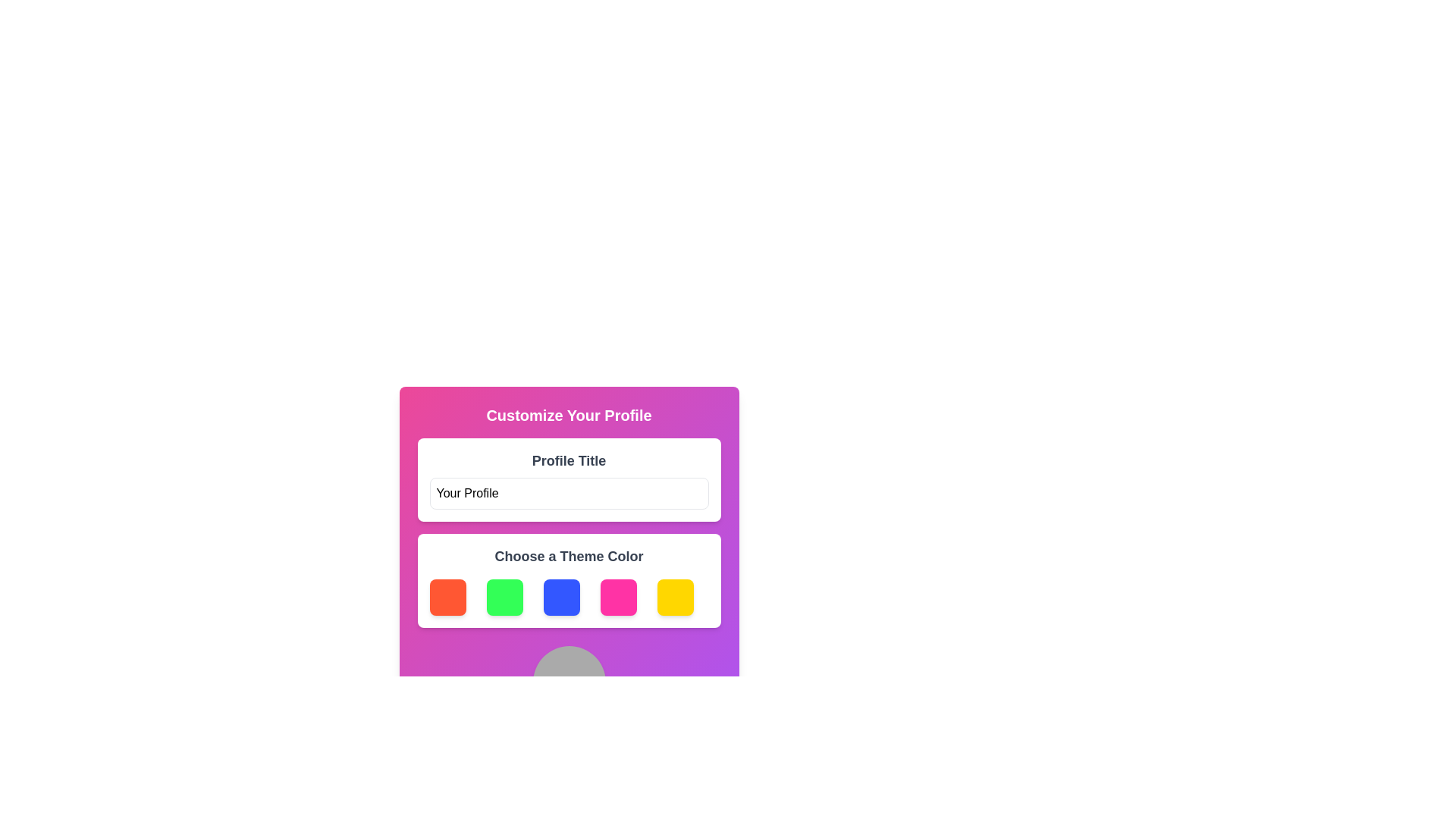 The width and height of the screenshot is (1456, 819). Describe the element at coordinates (447, 596) in the screenshot. I see `the first button on the left for selecting the red theme in the customizable theme selection interface` at that location.